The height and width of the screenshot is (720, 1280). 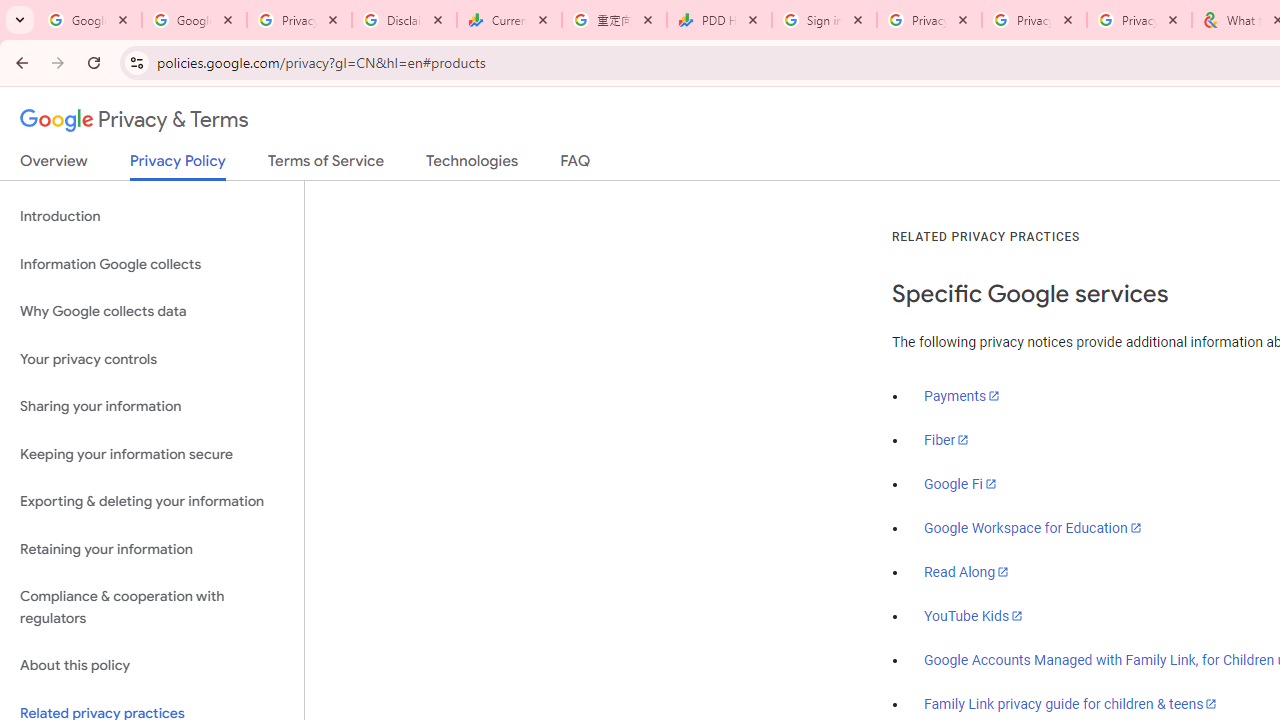 What do you see at coordinates (946, 439) in the screenshot?
I see `'Fiber'` at bounding box center [946, 439].